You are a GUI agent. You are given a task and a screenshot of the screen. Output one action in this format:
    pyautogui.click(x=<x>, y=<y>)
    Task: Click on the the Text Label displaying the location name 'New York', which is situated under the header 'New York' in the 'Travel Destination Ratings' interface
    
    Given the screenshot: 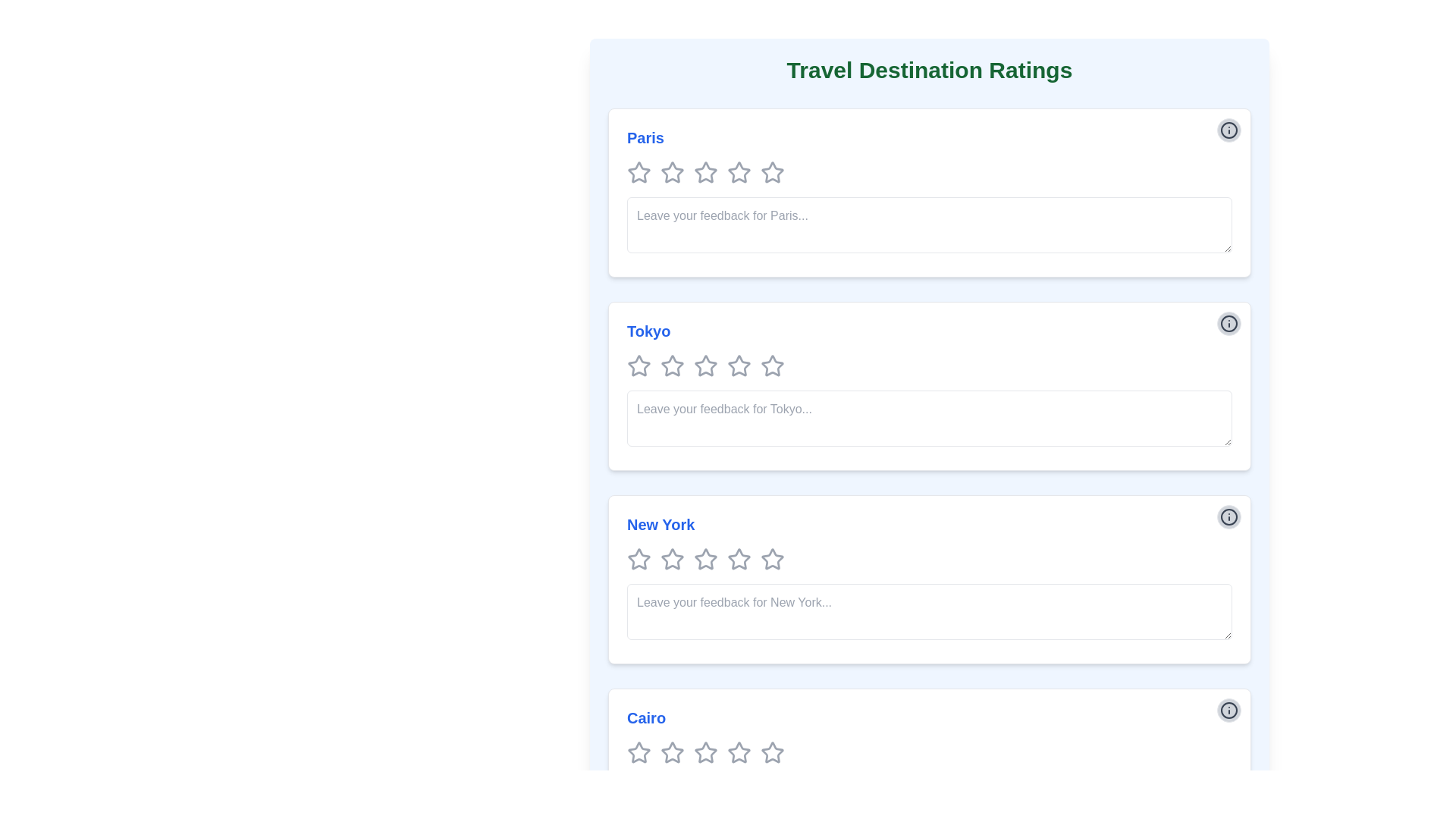 What is the action you would take?
    pyautogui.click(x=661, y=523)
    